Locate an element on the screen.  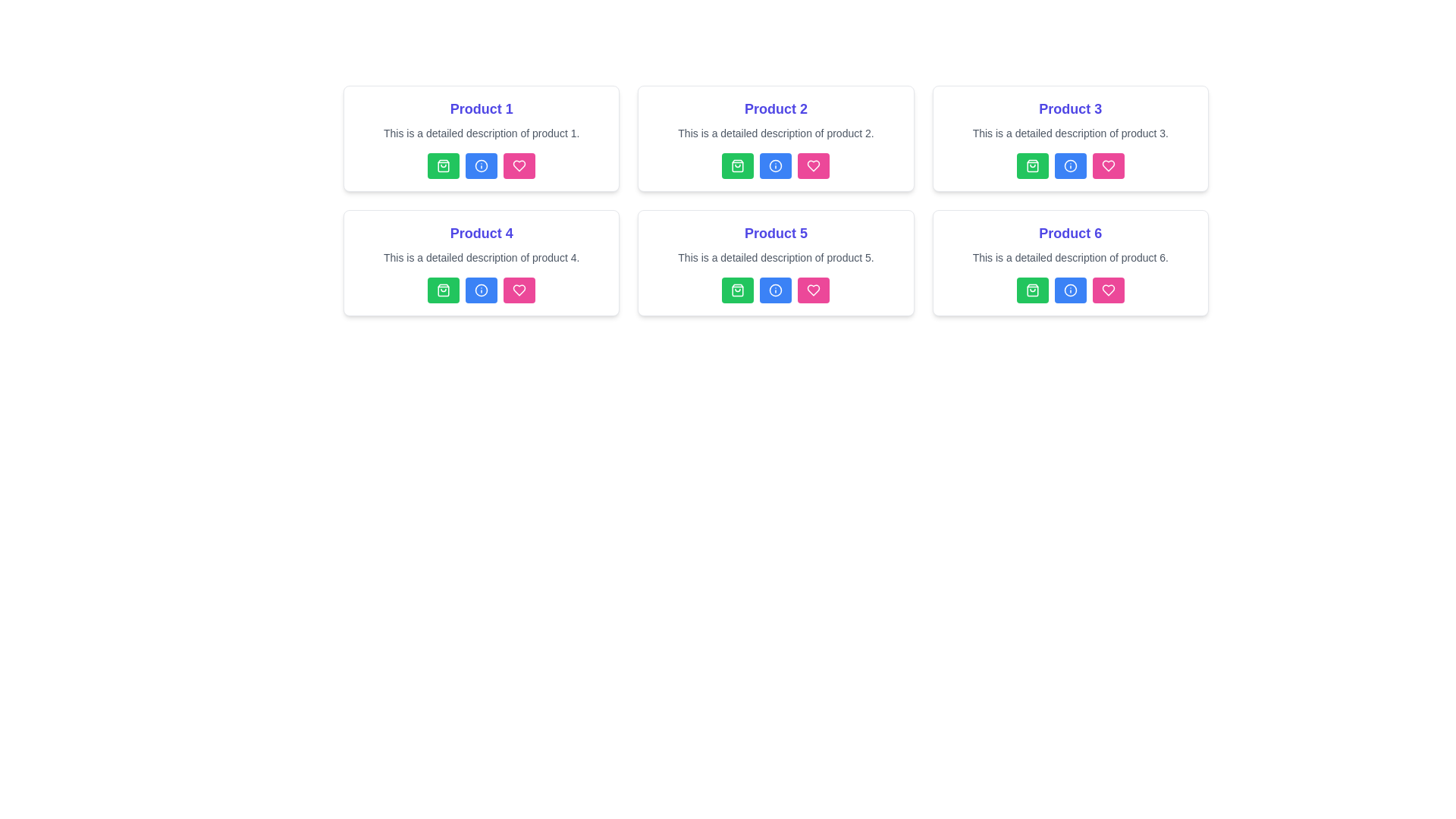
the compact shopping bag icon button with a green background and white border, located below the product description for 'Product 2' is located at coordinates (738, 166).